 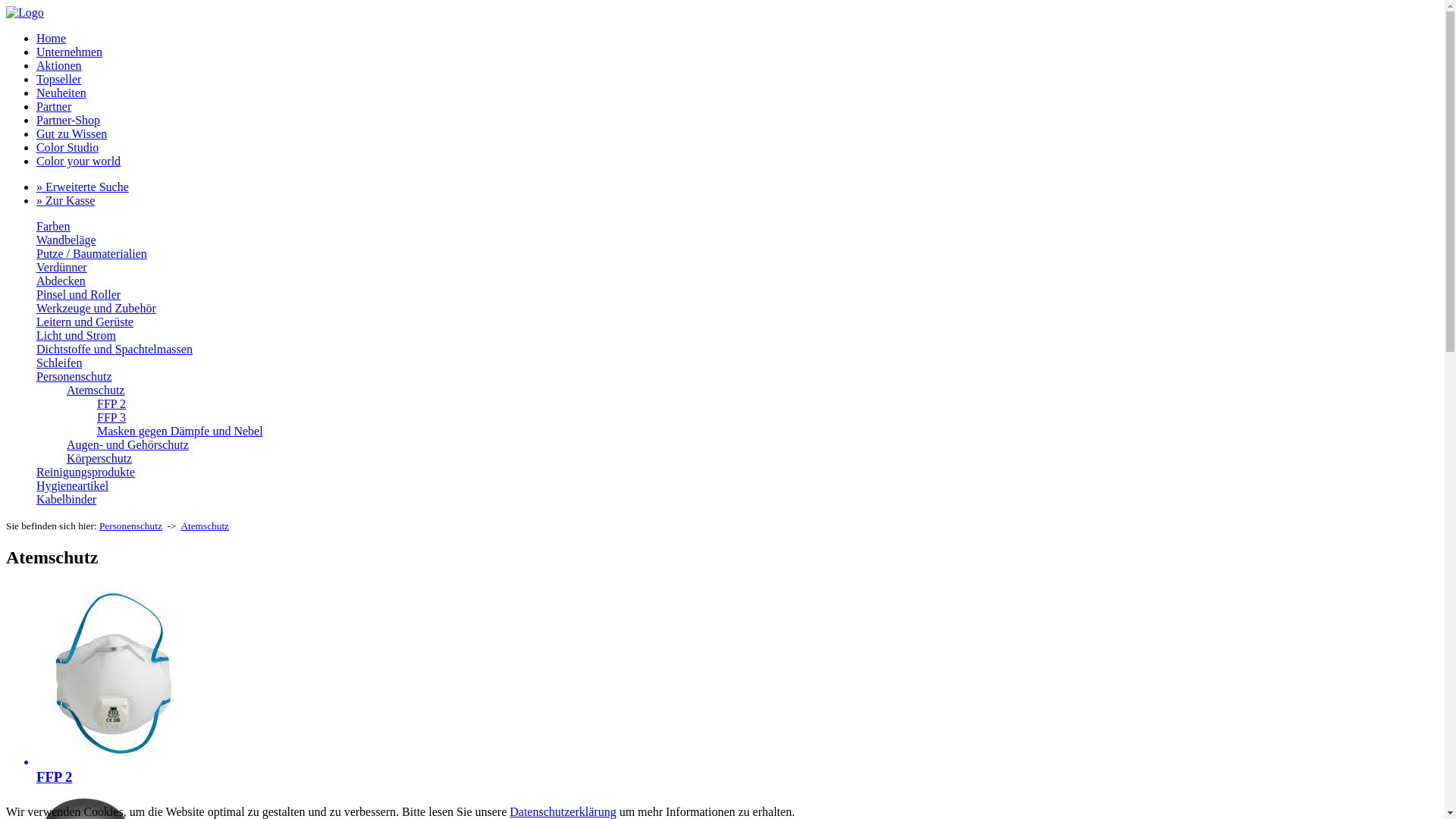 I want to click on 'Personenschutz', so click(x=73, y=375).